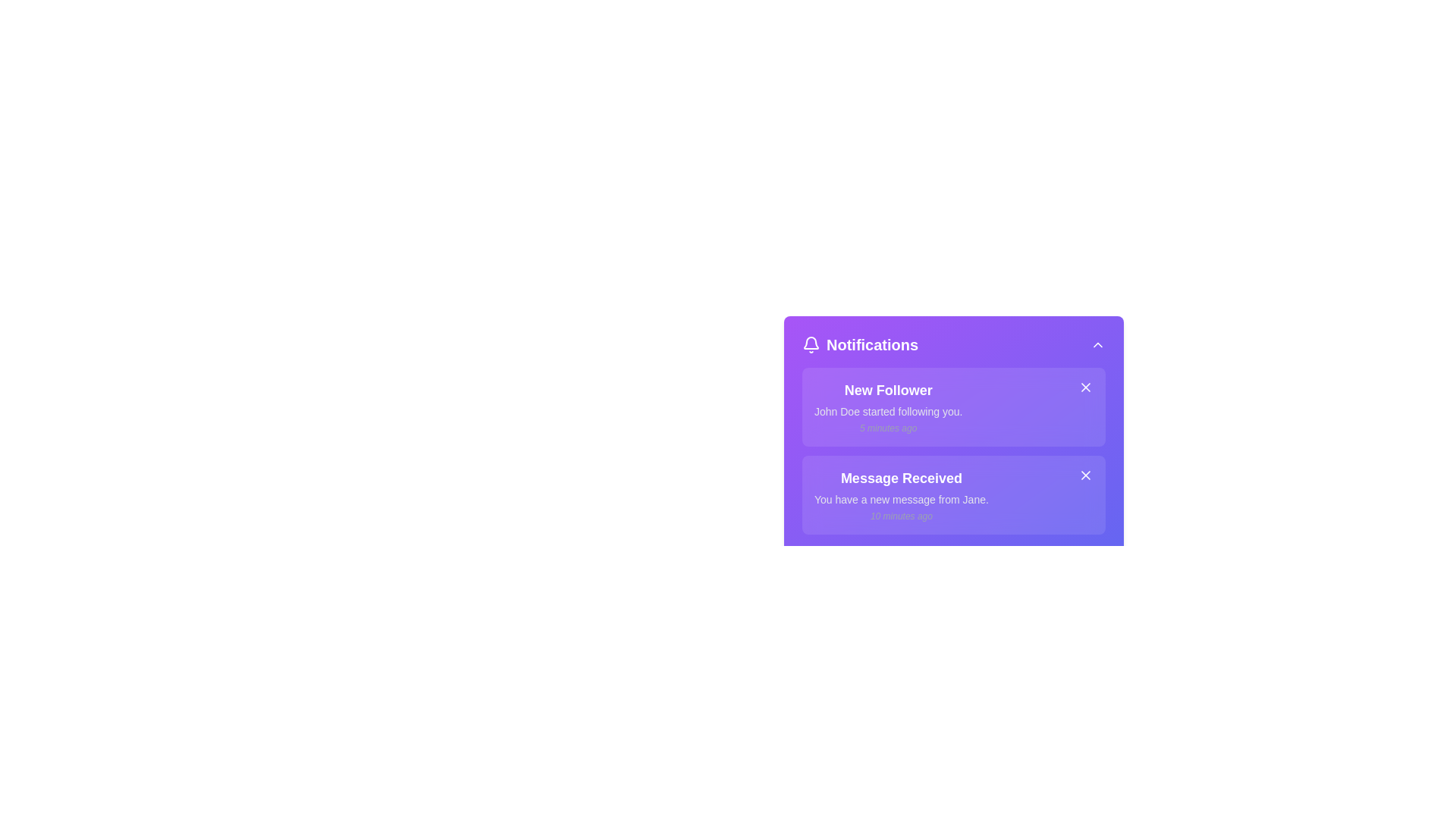 The height and width of the screenshot is (819, 1456). What do you see at coordinates (888, 390) in the screenshot?
I see `the Text label at the top of the notification card, which conveys the primary title of the alert, located in the purple notification panel` at bounding box center [888, 390].